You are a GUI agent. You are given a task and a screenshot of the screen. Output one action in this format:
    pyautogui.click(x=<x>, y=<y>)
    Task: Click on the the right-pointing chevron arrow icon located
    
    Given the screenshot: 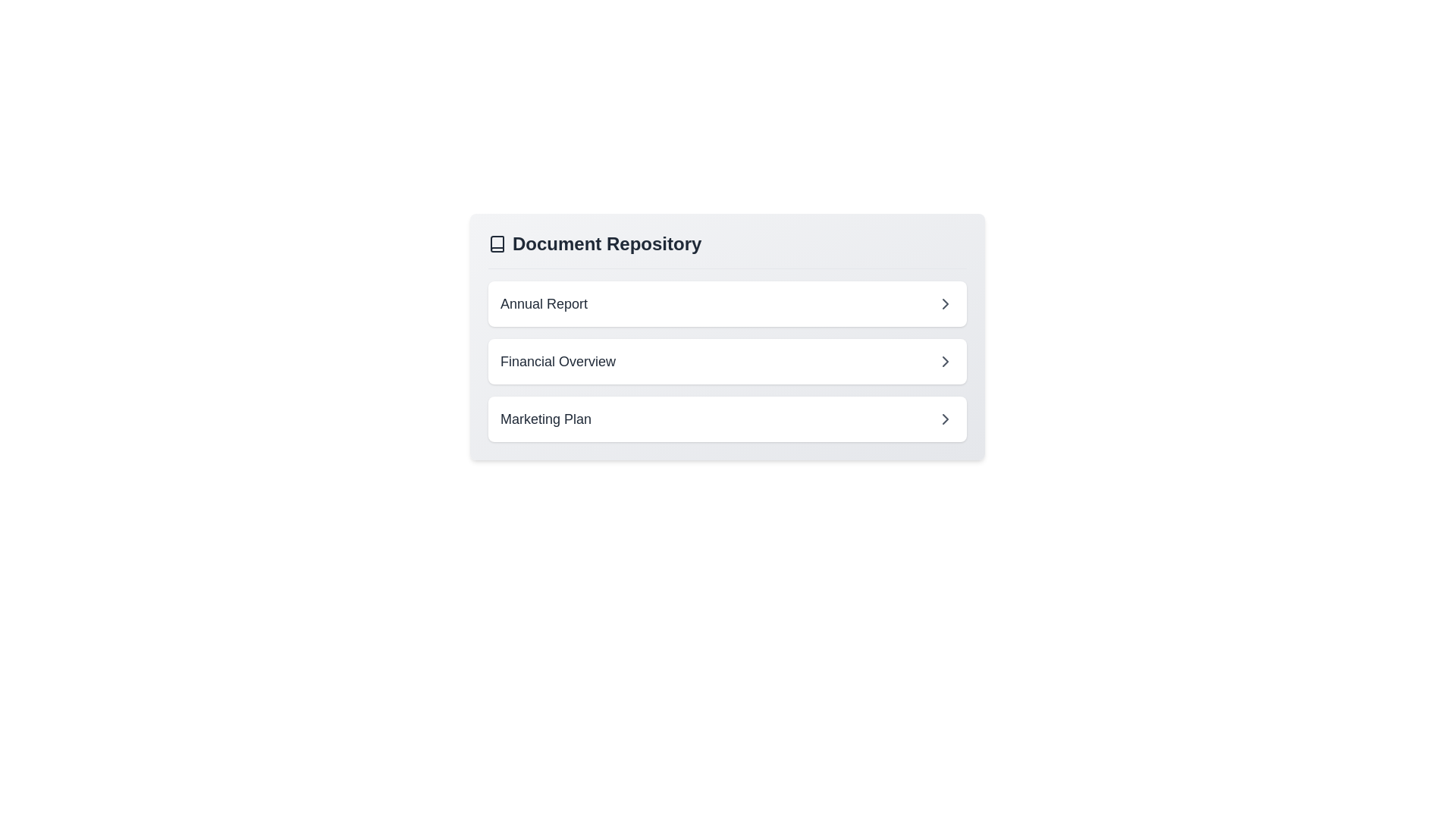 What is the action you would take?
    pyautogui.click(x=945, y=304)
    